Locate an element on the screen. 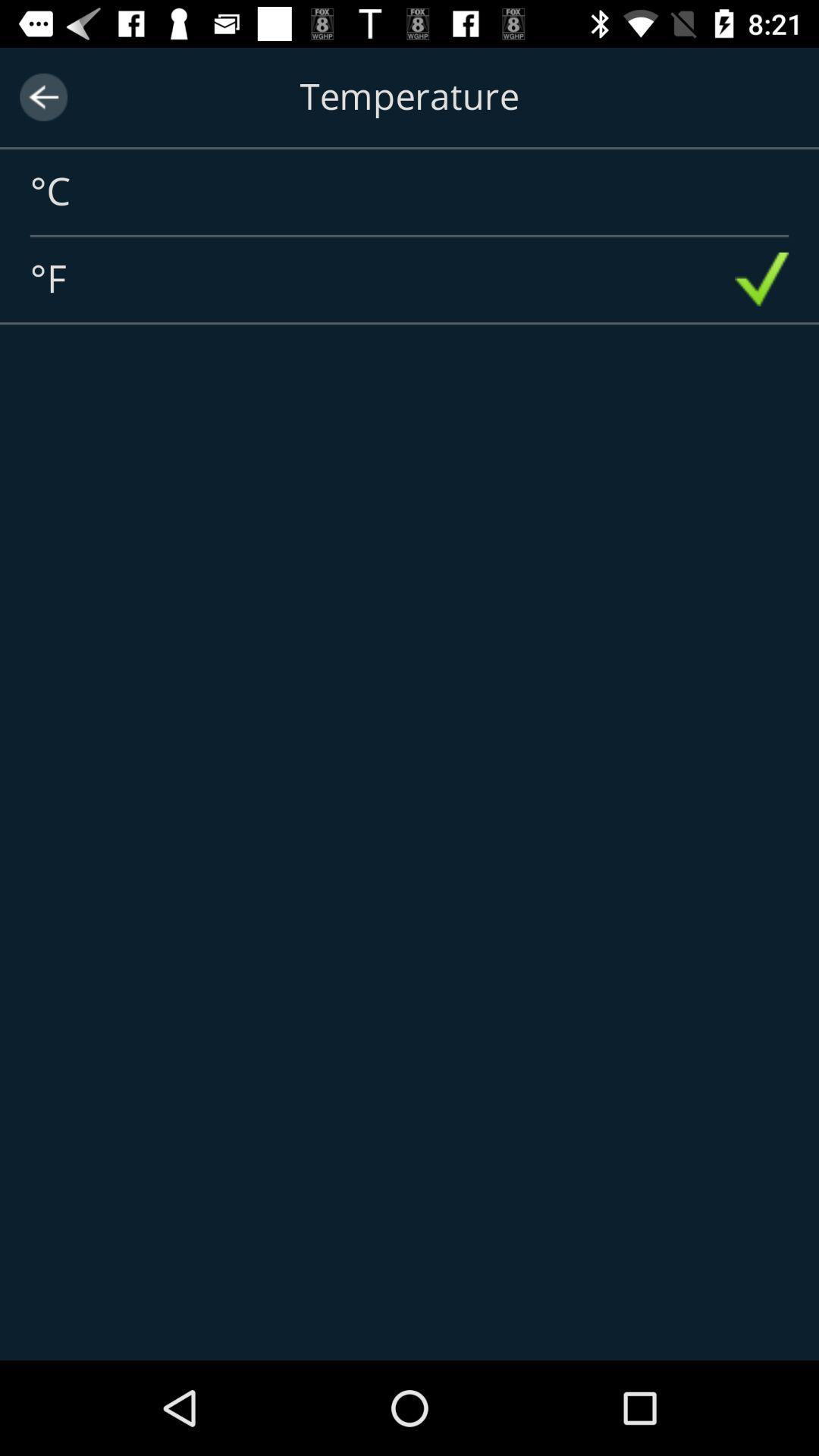 This screenshot has width=819, height=1456. the arrow_backward icon is located at coordinates (42, 96).